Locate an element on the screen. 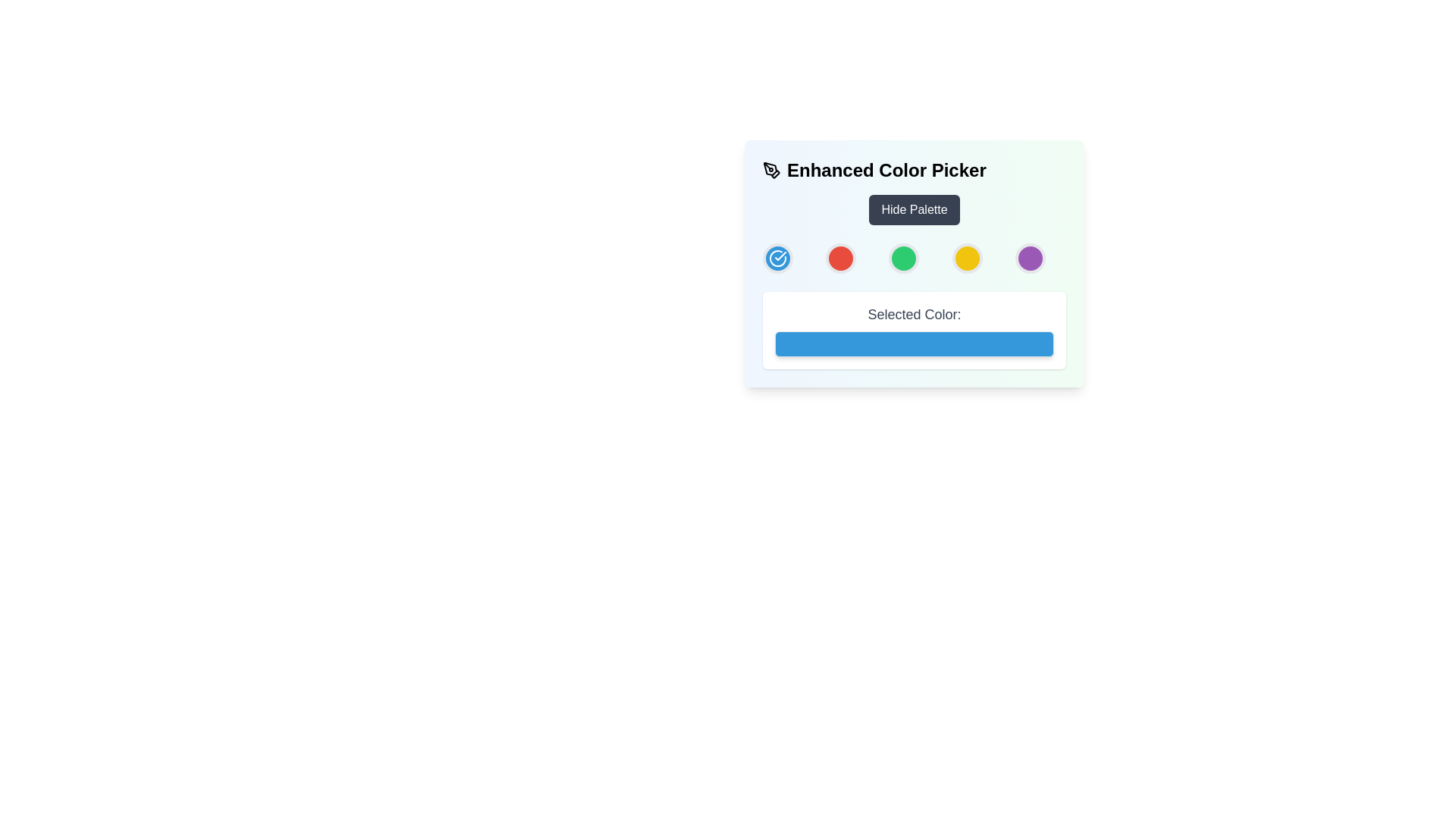  the small pen tool icon located to the left of the 'Enhanced Color Picker' text, which is situated at the top-left corner of the card is located at coordinates (771, 170).